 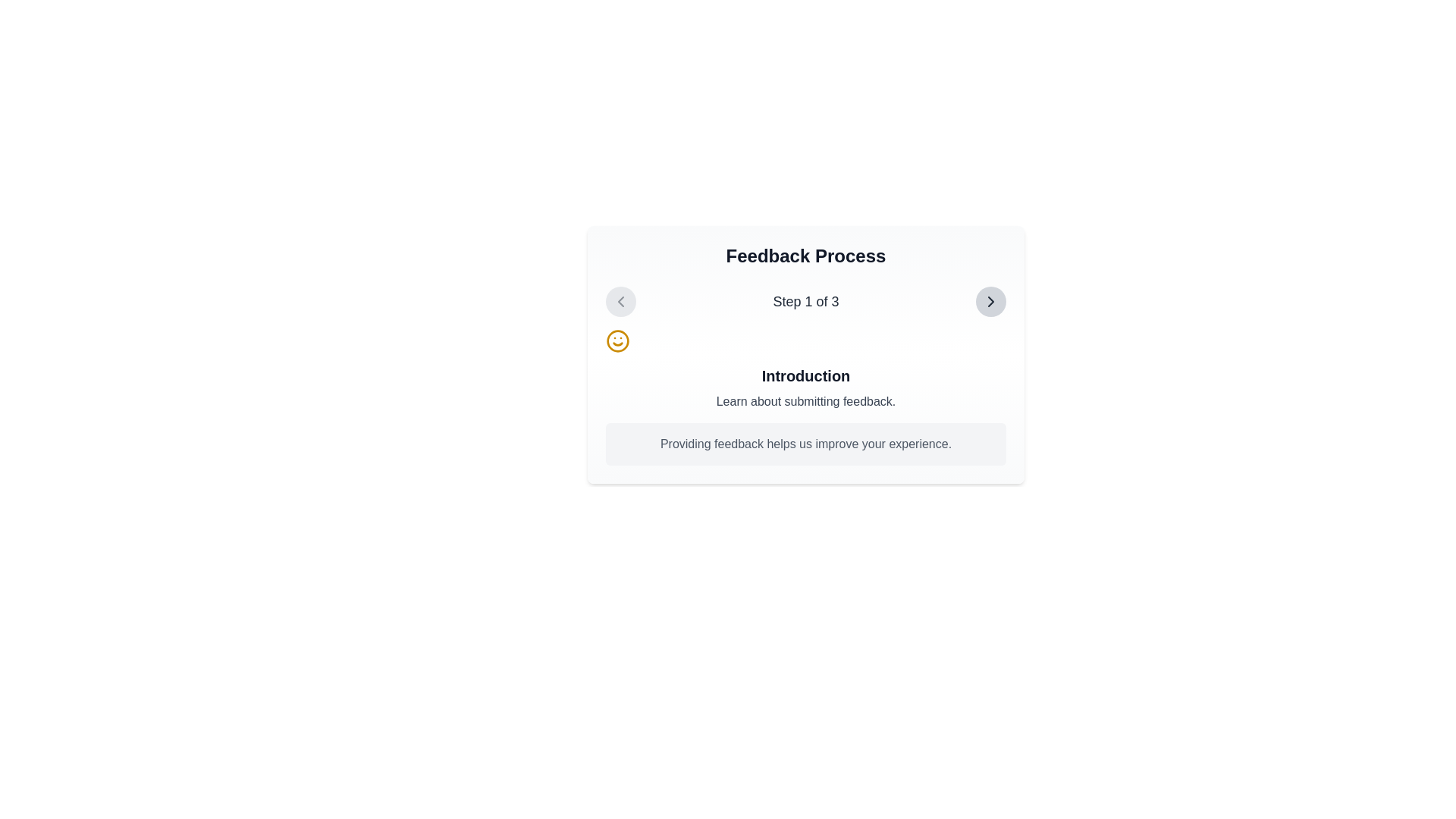 I want to click on the navigation button located in the header section of the 'Feedback Process' card, so click(x=621, y=301).